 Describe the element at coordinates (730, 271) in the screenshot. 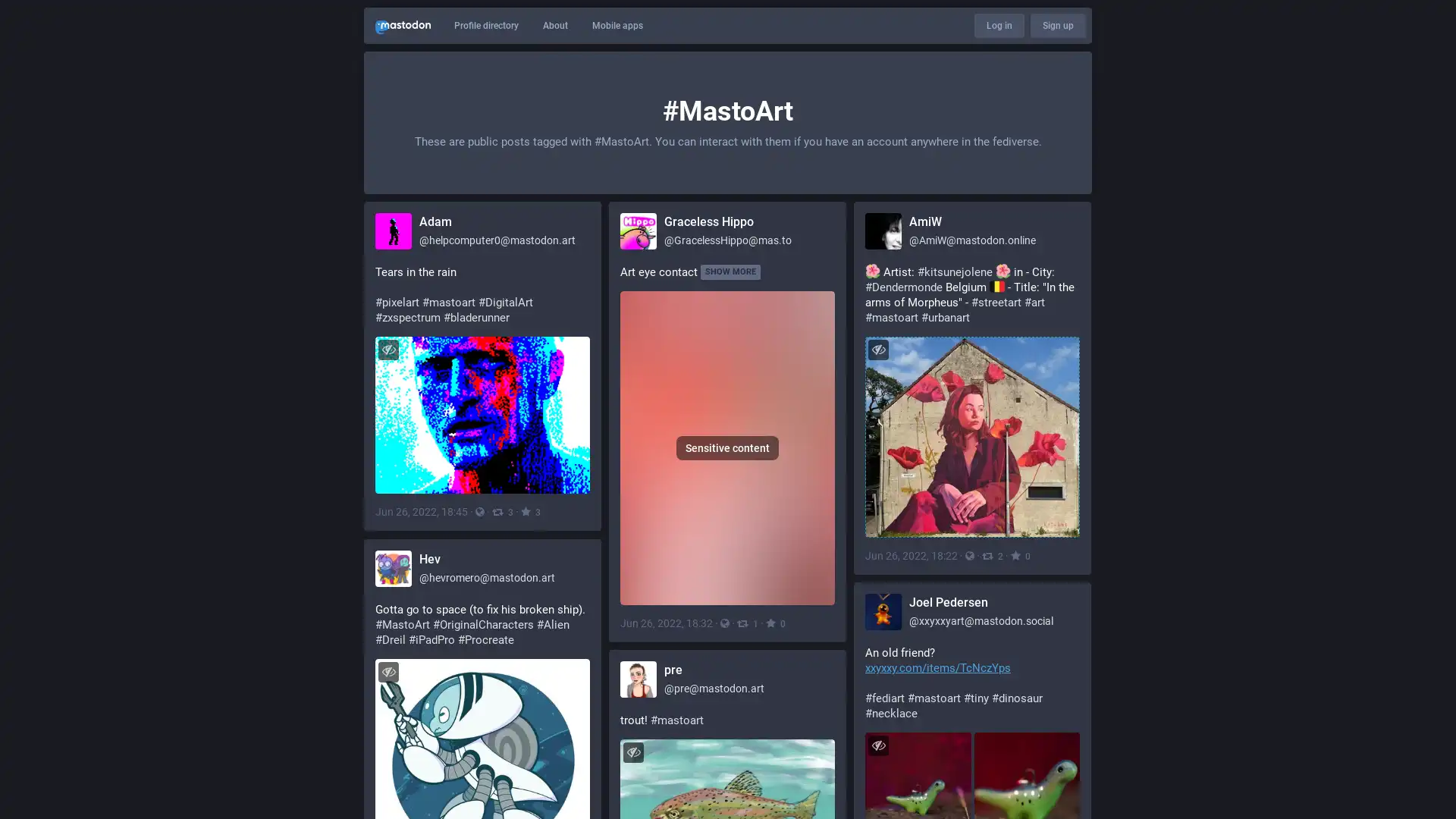

I see `SHOW MORE` at that location.